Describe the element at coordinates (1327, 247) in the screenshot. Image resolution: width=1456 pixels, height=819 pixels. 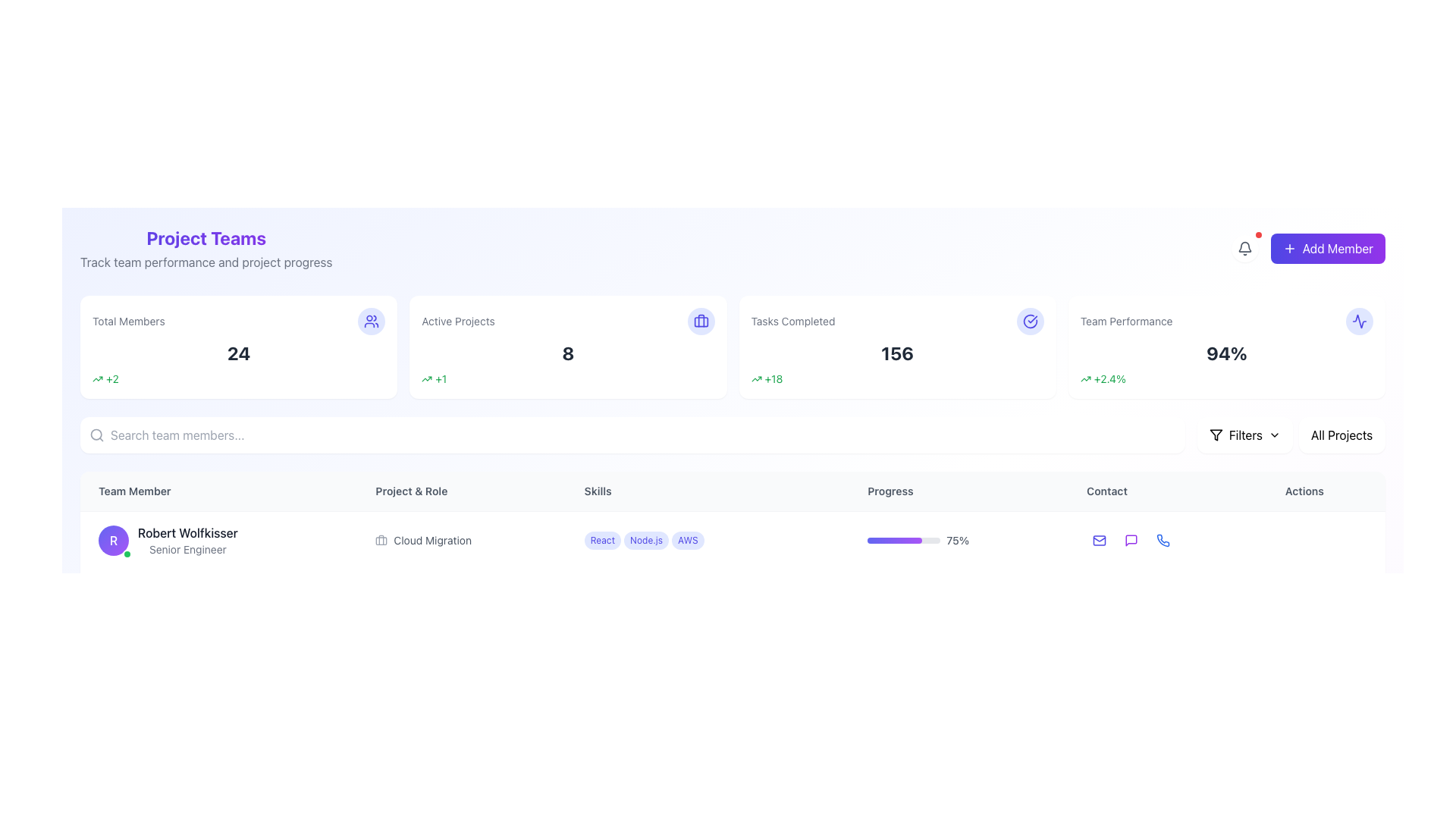
I see `the 'Add Member' button, which is a prominently styled button with a gradient background from indigo to purple, located in the top-right corner of the interface adjacent to a notification button` at that location.